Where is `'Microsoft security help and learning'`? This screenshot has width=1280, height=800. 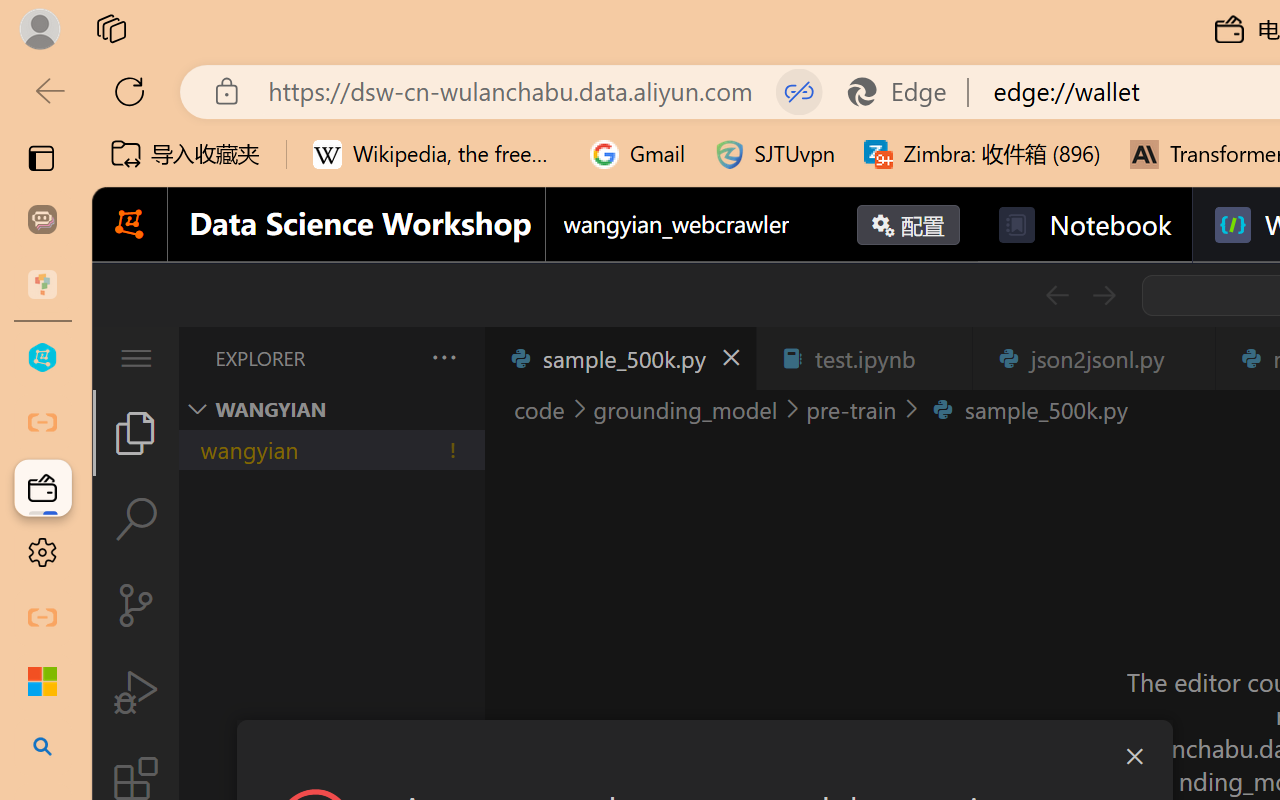 'Microsoft security help and learning' is located at coordinates (42, 682).